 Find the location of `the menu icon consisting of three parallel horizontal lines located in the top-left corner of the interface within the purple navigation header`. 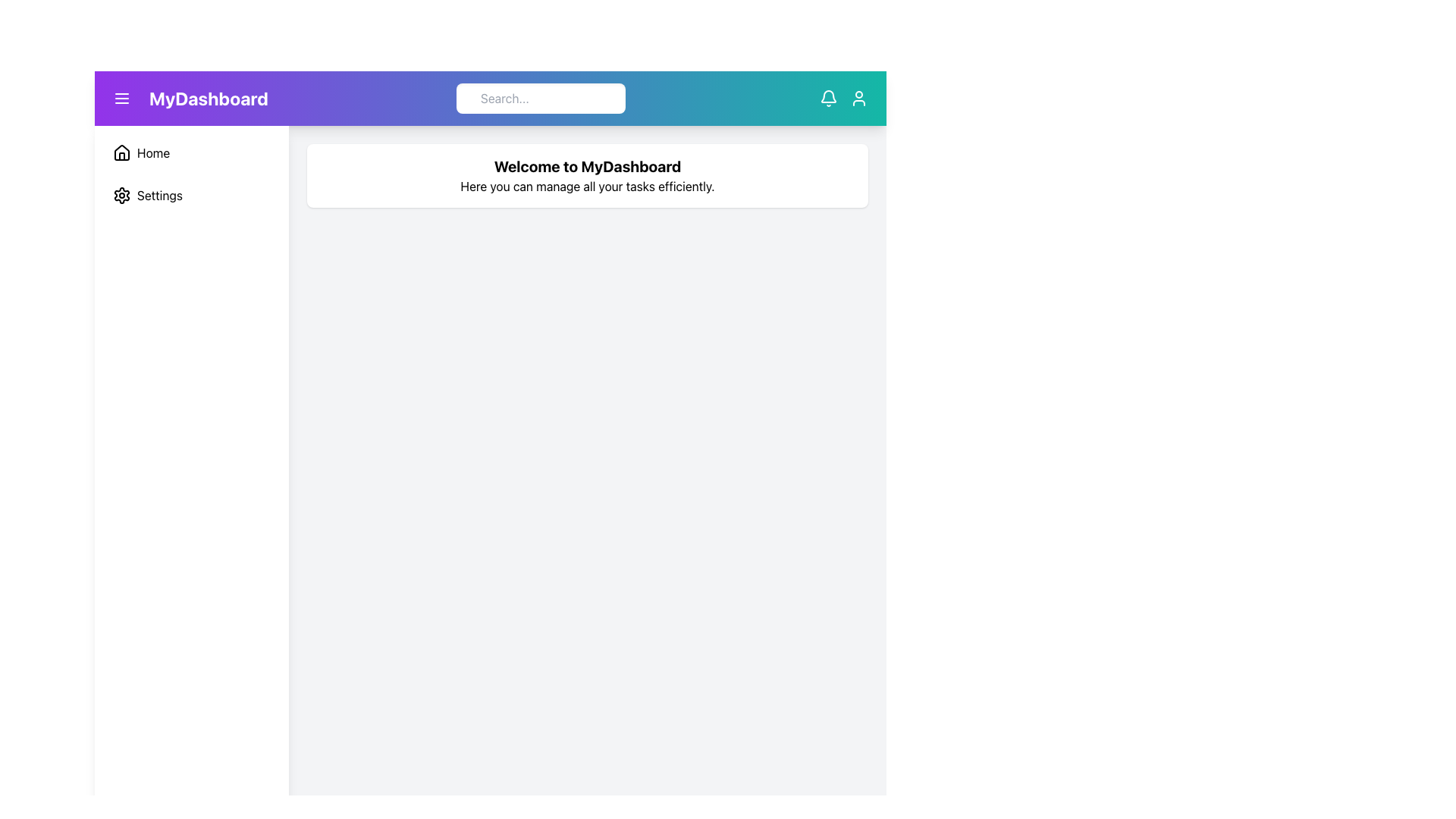

the menu icon consisting of three parallel horizontal lines located in the top-left corner of the interface within the purple navigation header is located at coordinates (122, 99).